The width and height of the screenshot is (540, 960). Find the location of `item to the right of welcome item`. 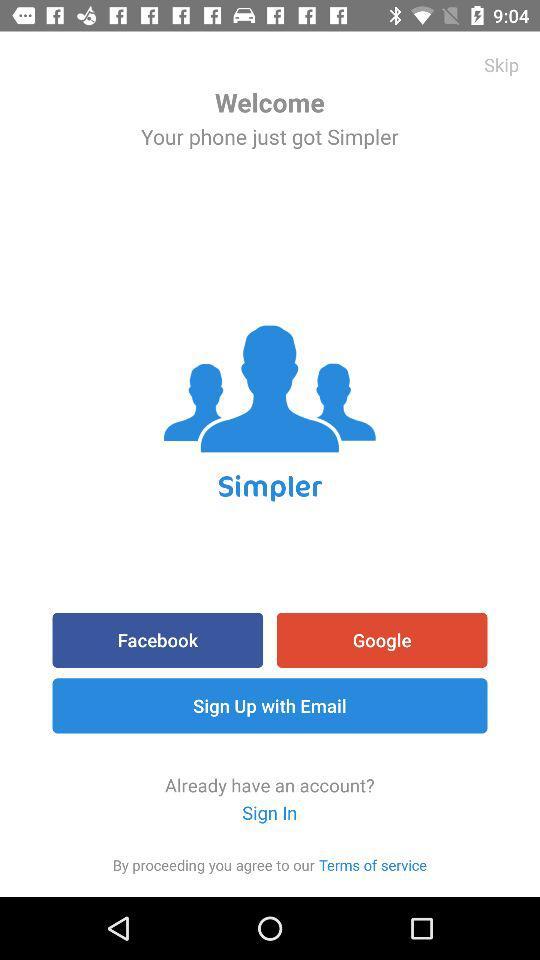

item to the right of welcome item is located at coordinates (500, 64).